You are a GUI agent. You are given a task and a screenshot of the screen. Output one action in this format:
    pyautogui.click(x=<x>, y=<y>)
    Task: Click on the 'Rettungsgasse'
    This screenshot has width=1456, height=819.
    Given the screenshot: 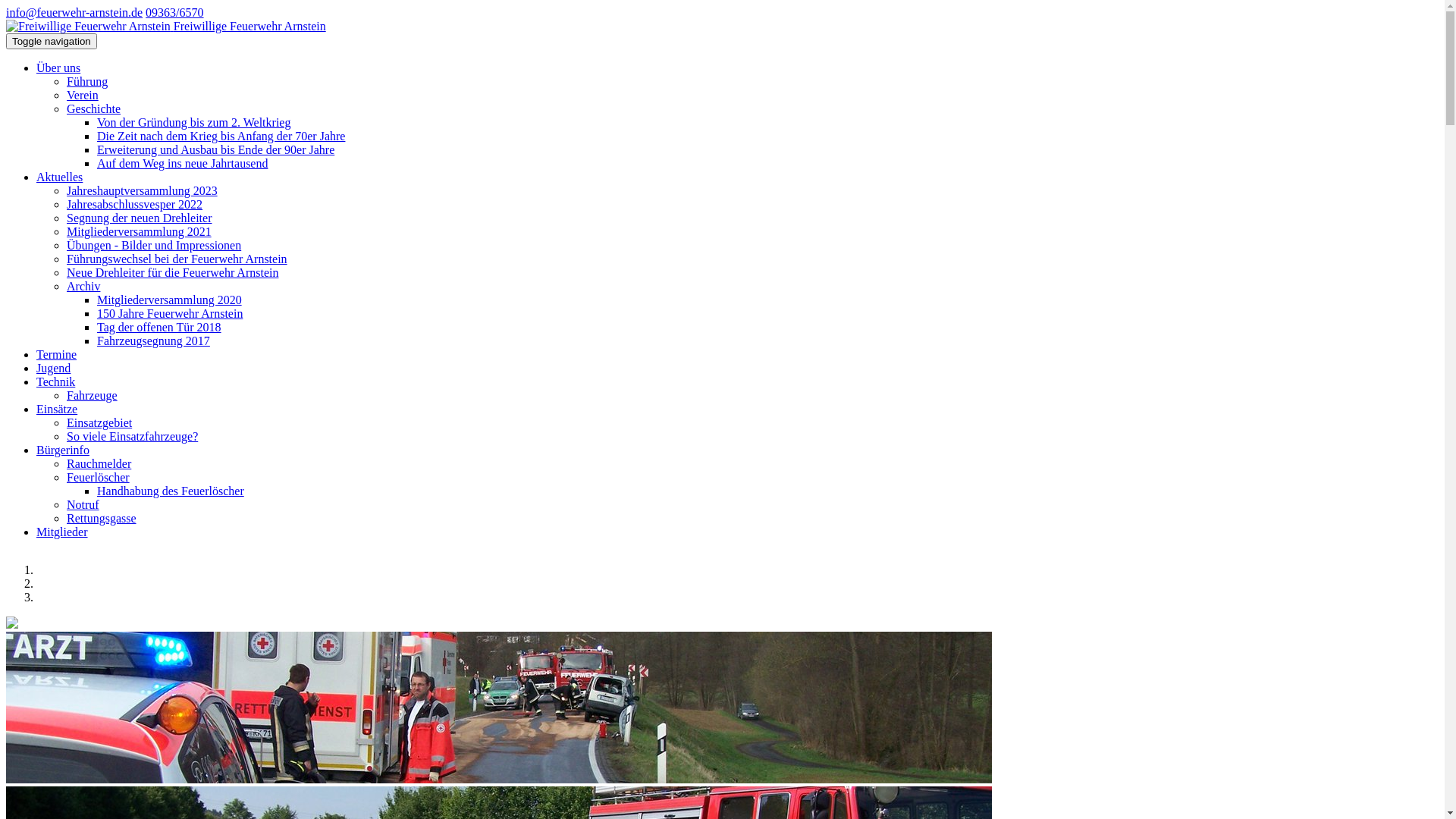 What is the action you would take?
    pyautogui.click(x=101, y=517)
    